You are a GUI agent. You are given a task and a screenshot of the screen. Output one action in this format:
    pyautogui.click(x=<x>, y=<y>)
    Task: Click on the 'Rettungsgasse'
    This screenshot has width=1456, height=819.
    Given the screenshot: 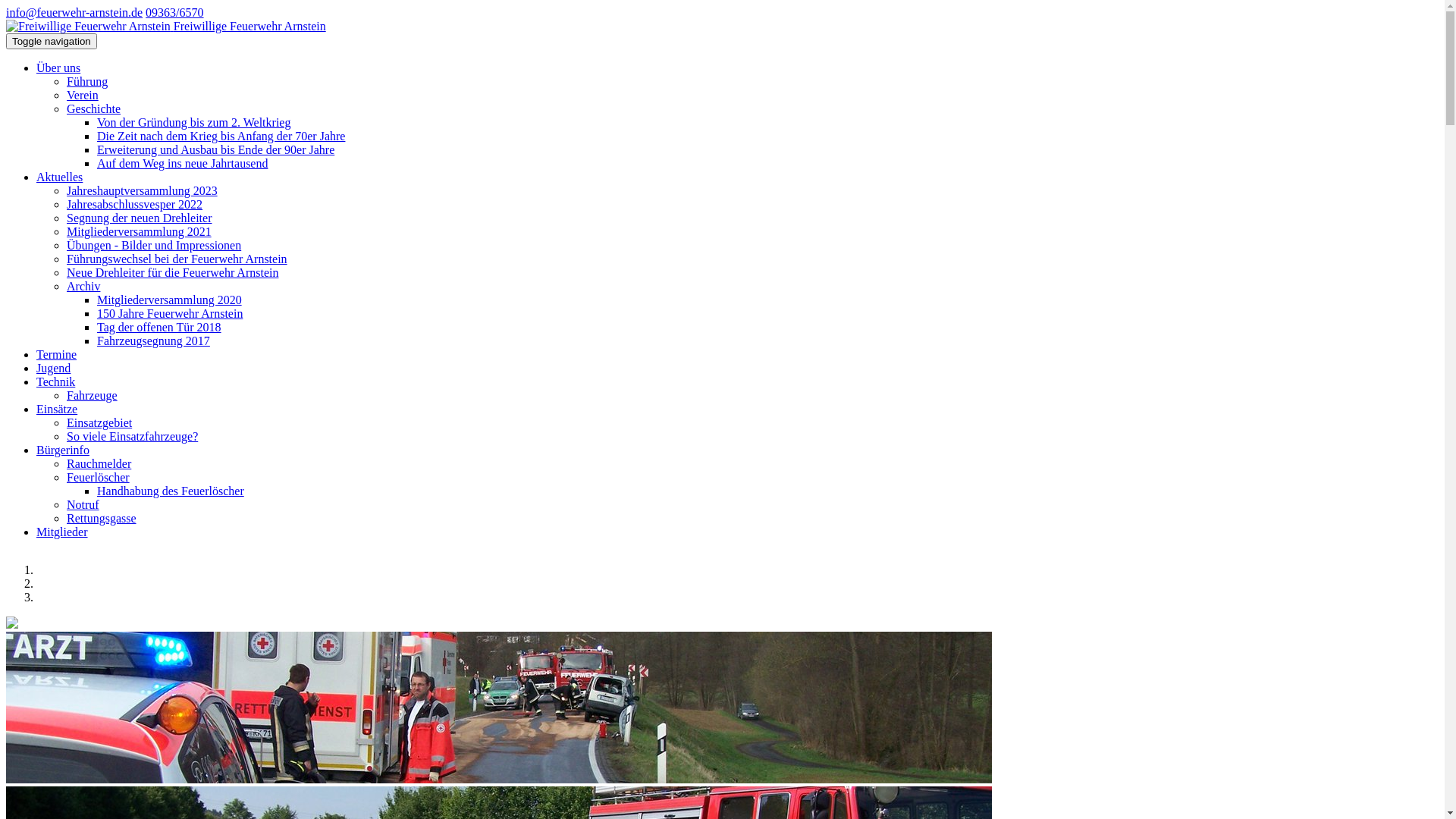 What is the action you would take?
    pyautogui.click(x=101, y=517)
    